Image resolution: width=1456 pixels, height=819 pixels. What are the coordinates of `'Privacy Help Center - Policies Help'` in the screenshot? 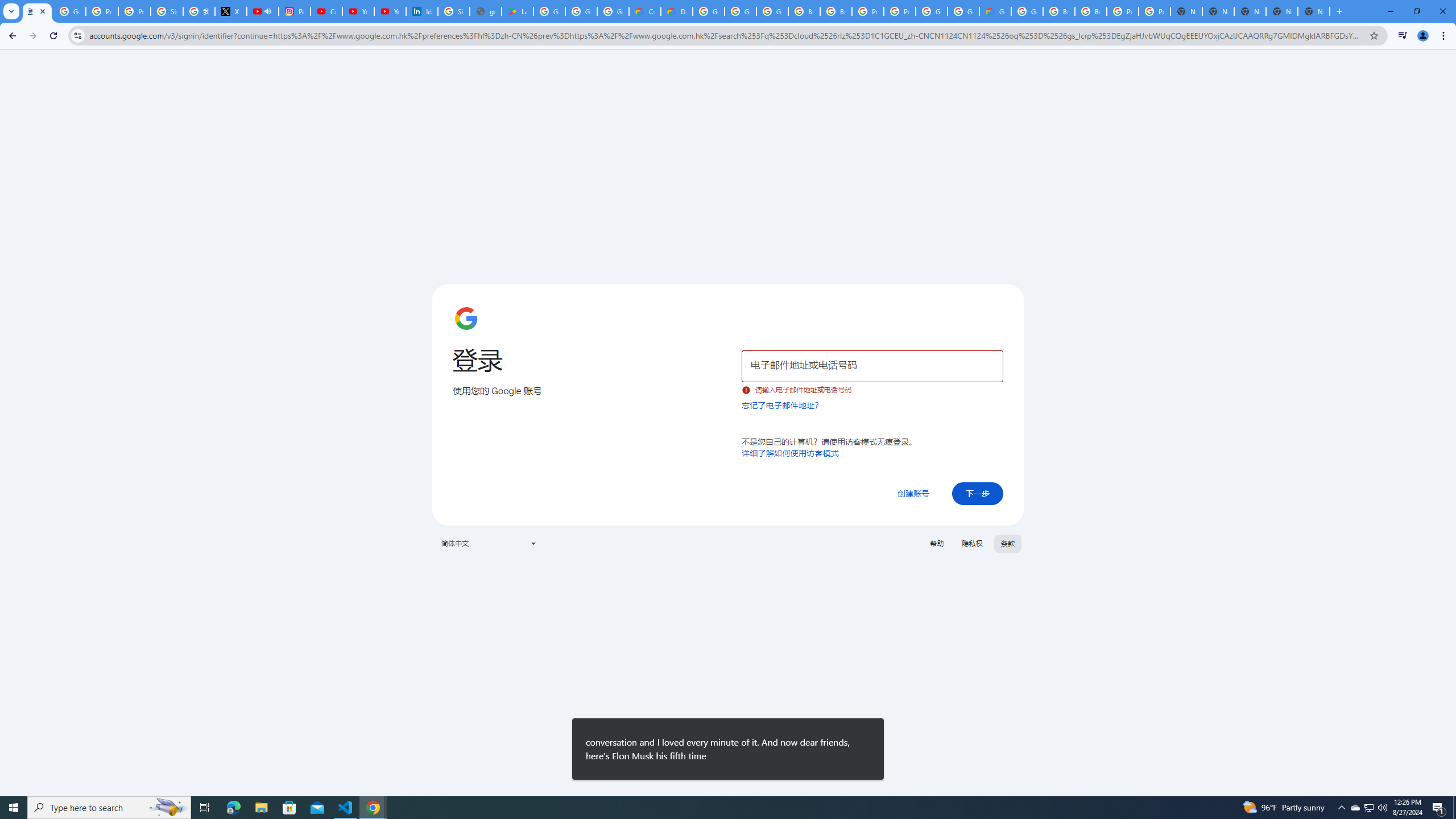 It's located at (102, 11).